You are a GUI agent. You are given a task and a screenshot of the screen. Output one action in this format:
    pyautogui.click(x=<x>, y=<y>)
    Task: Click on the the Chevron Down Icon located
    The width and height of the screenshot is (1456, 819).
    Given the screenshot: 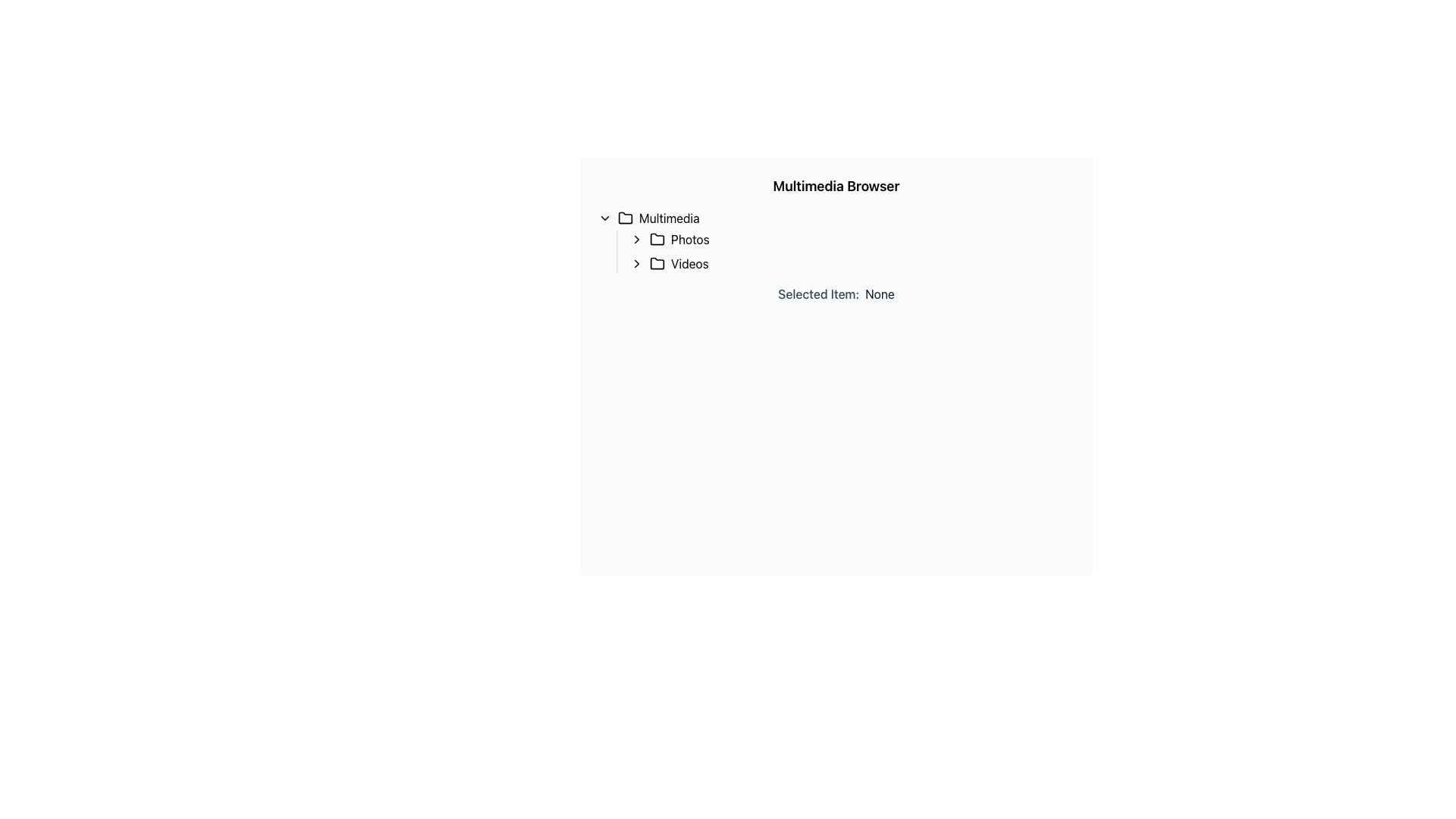 What is the action you would take?
    pyautogui.click(x=604, y=218)
    